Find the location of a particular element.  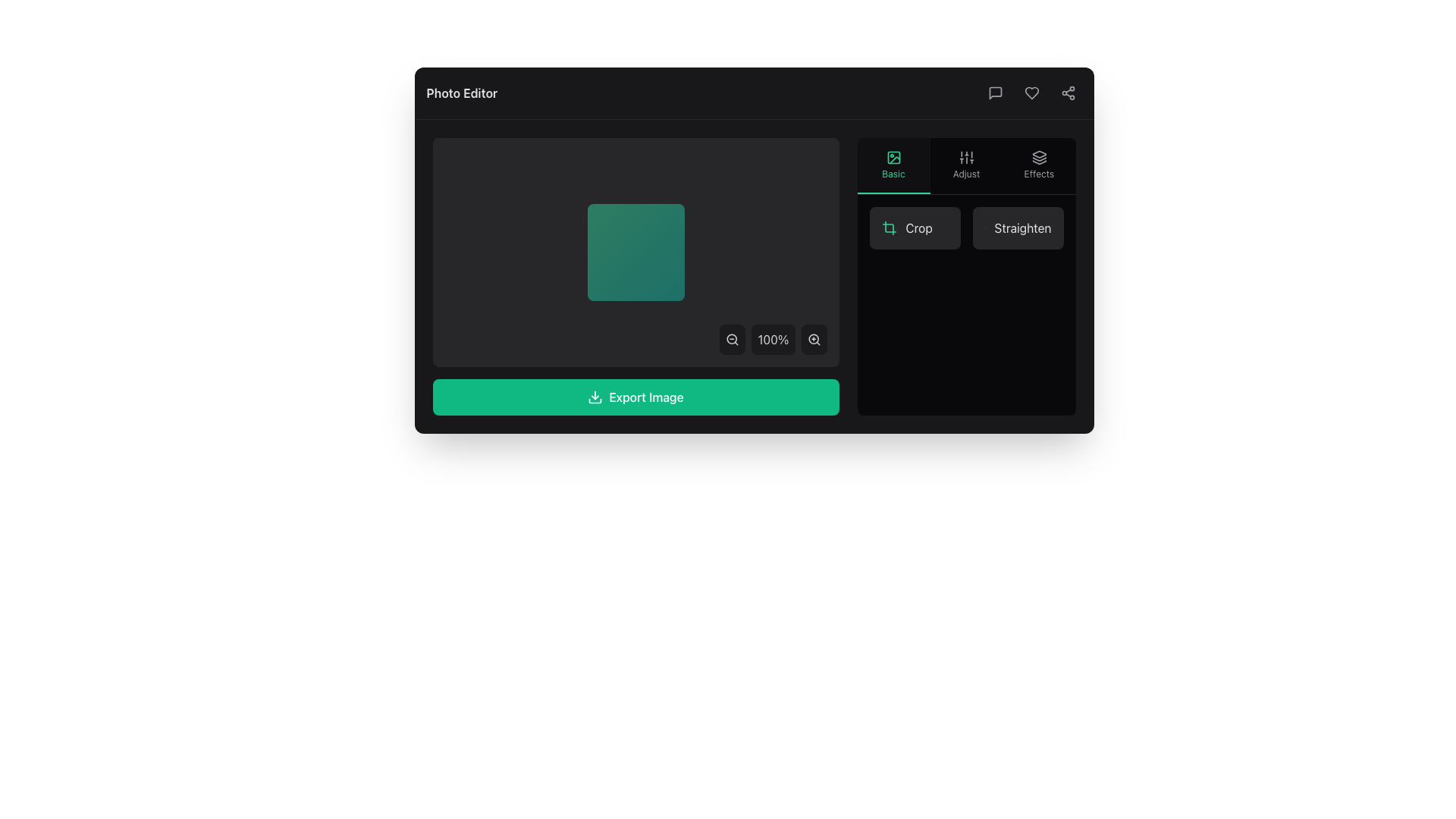

the circular decorative element of the zoom-out control icon, which is part of an SVG graphic icon is located at coordinates (732, 337).